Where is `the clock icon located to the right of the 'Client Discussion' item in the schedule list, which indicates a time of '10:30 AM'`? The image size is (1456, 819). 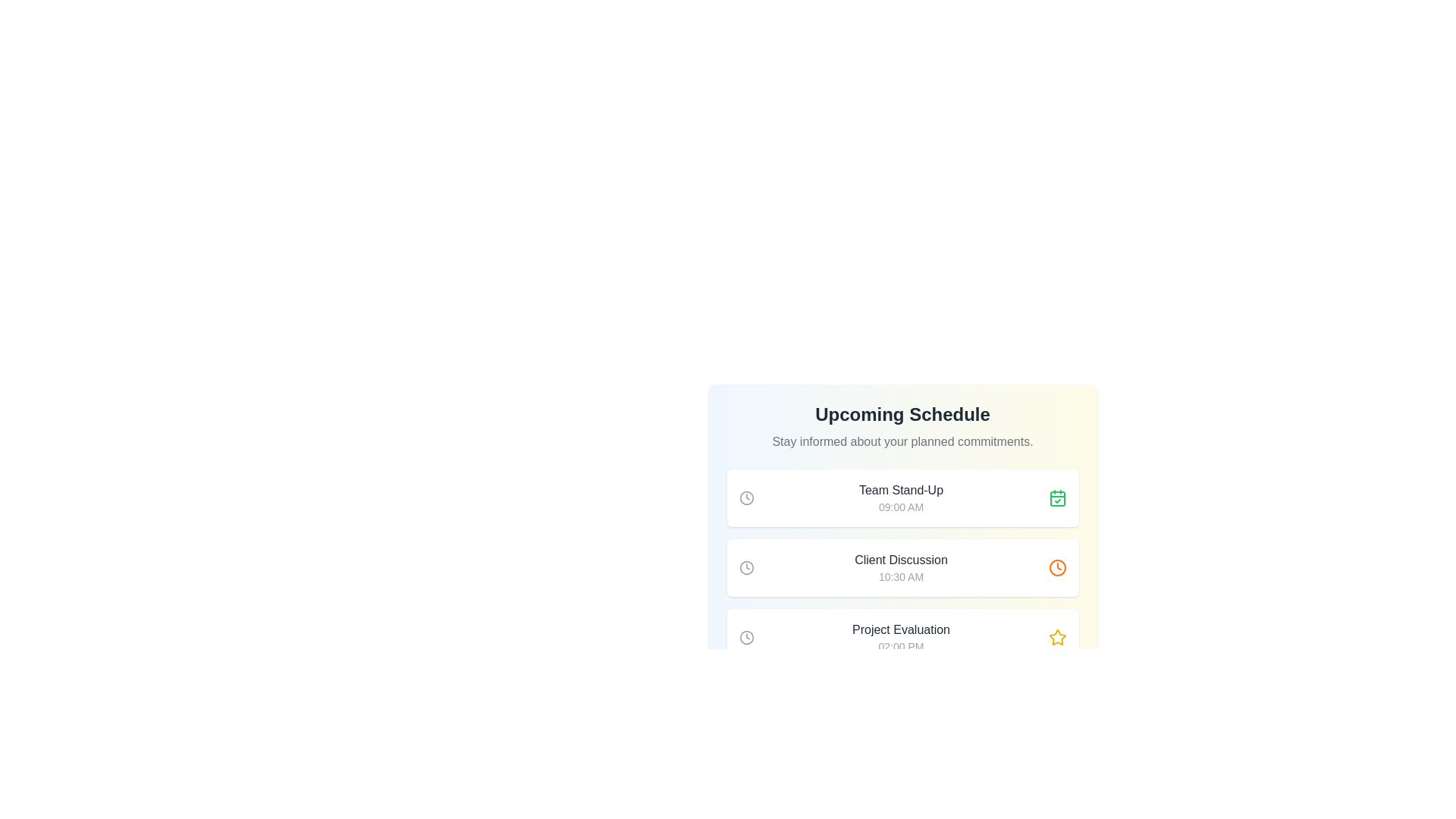 the clock icon located to the right of the 'Client Discussion' item in the schedule list, which indicates a time of '10:30 AM' is located at coordinates (1056, 567).